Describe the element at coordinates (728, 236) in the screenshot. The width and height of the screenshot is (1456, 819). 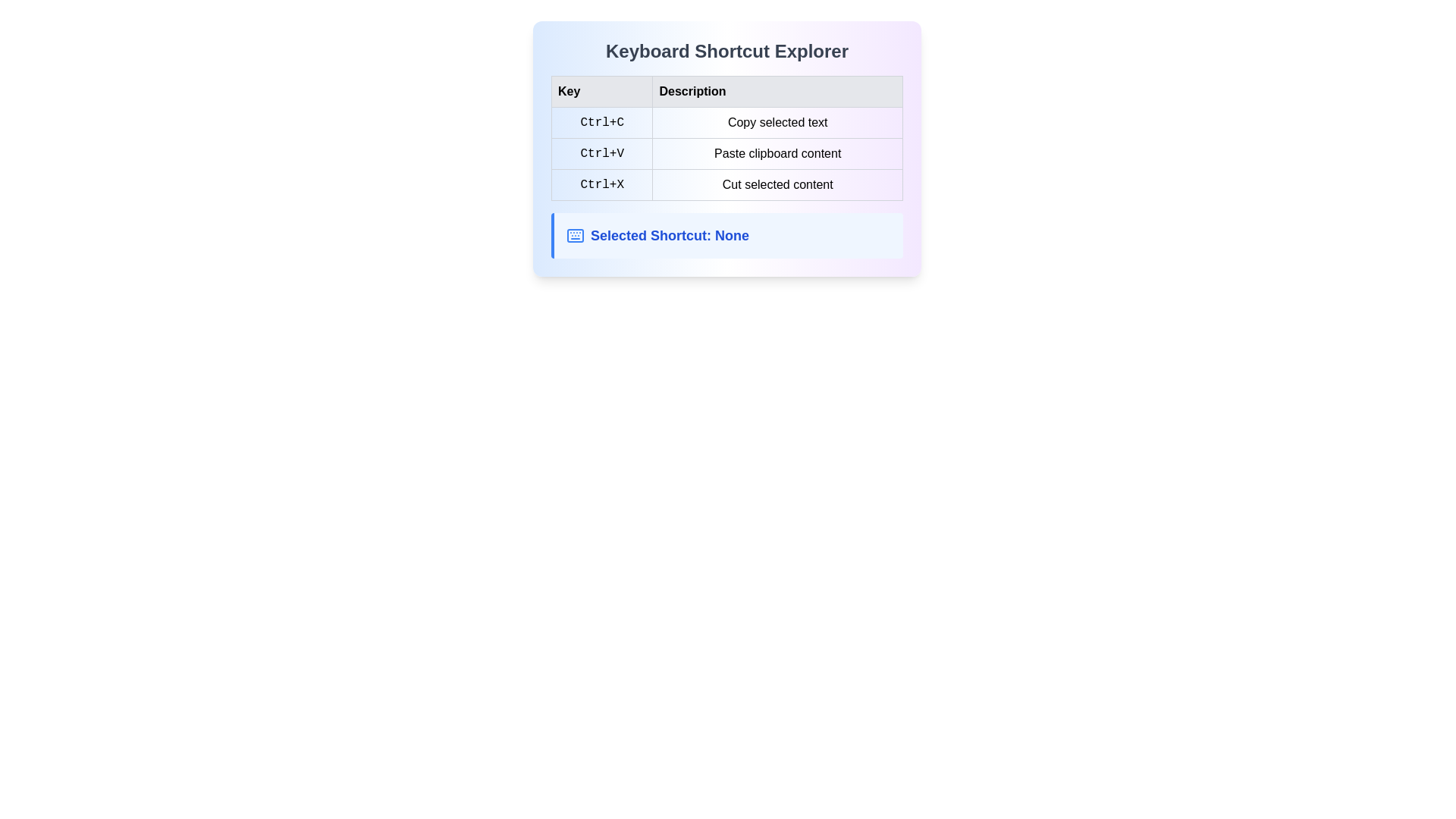
I see `the informational label indicating the currently selected shortcut key, which is set to 'None', located below the 'Keyboard Shortcut Explorer' table` at that location.